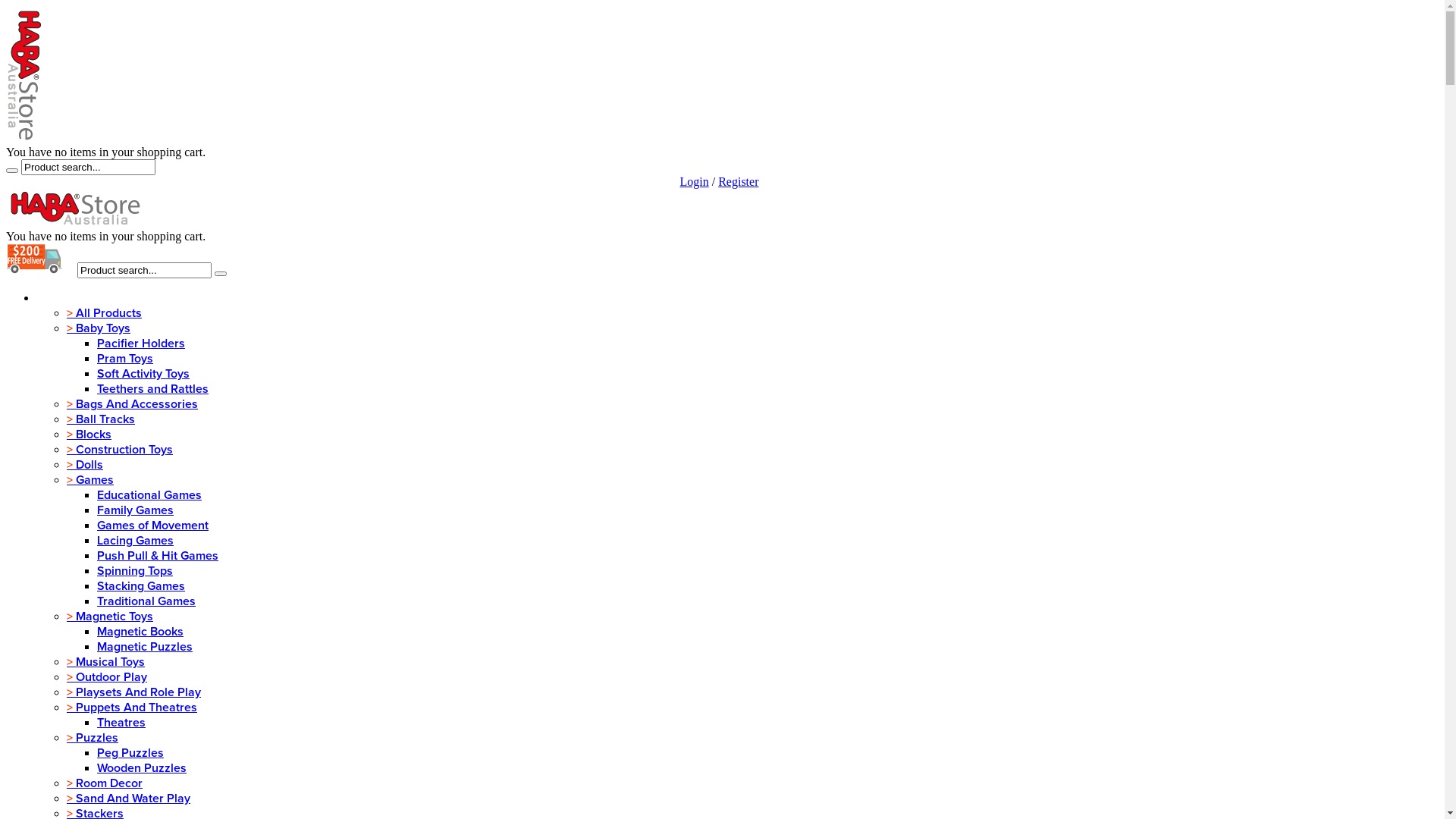  I want to click on '> Baby Toys', so click(97, 327).